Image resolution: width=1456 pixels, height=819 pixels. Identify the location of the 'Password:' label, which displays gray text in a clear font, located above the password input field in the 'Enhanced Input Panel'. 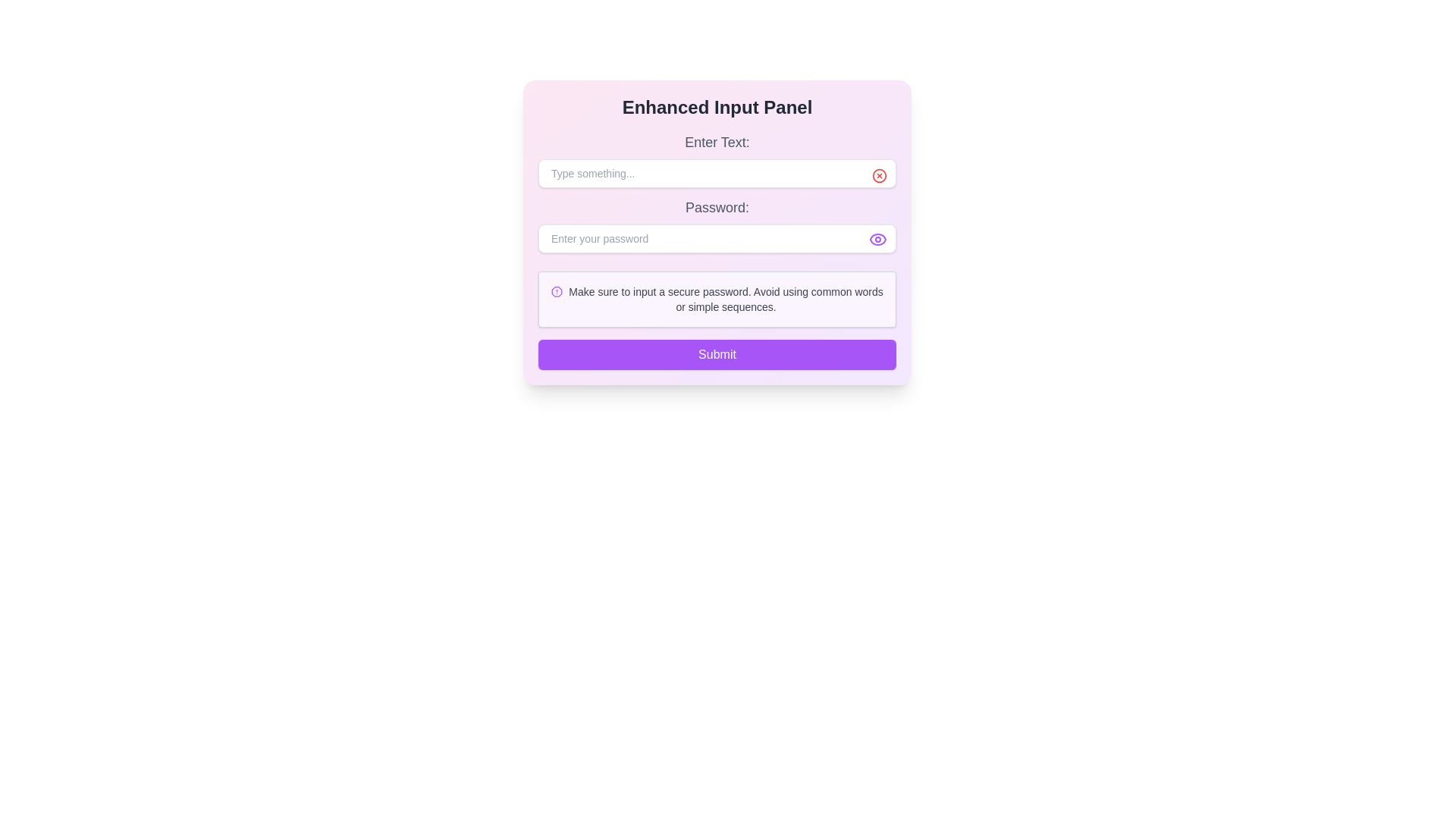
(716, 207).